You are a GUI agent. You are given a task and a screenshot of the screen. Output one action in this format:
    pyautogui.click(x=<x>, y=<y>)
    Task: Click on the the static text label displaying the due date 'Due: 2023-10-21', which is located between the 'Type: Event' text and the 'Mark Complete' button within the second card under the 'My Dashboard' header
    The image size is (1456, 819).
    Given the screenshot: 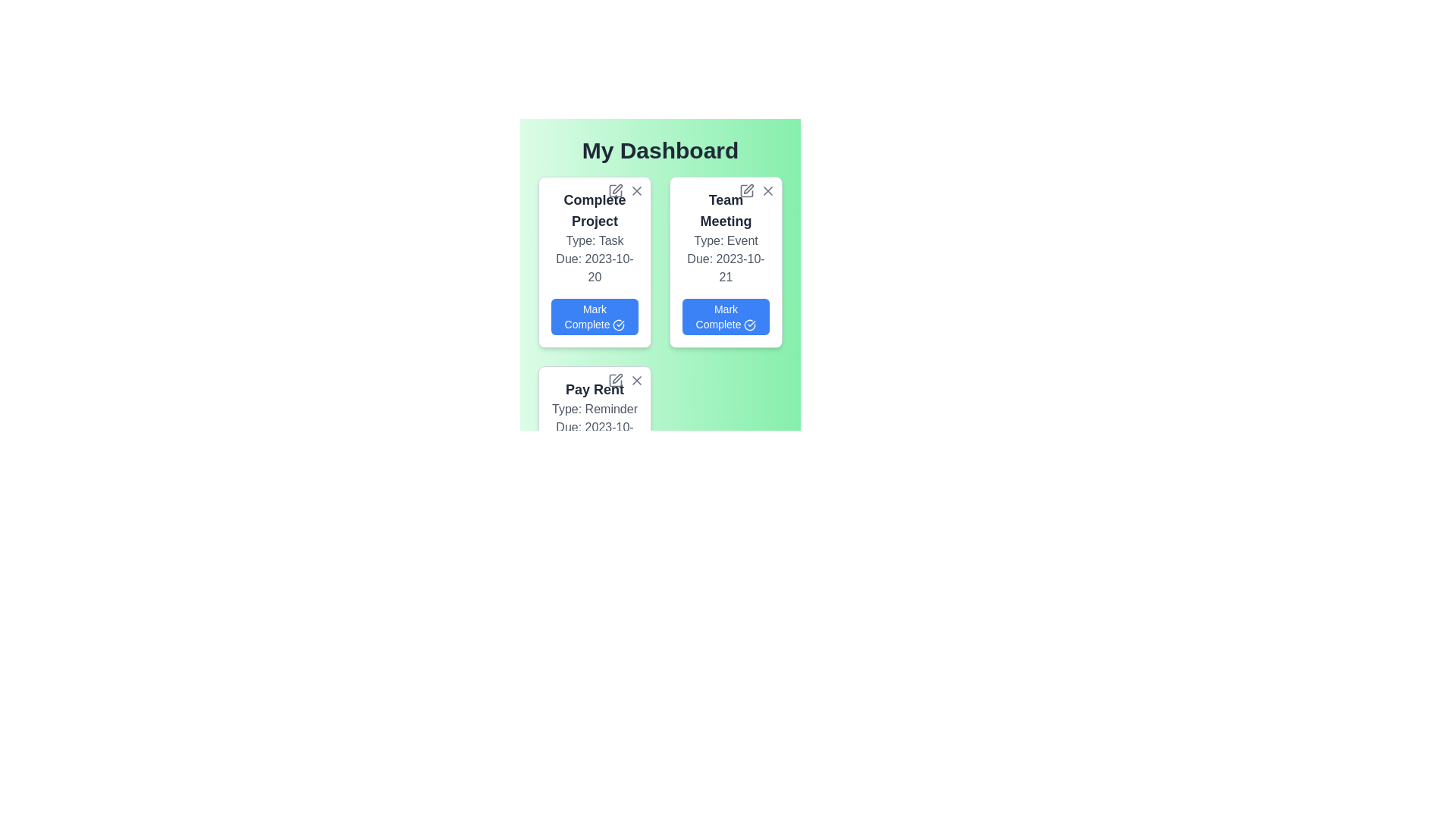 What is the action you would take?
    pyautogui.click(x=725, y=268)
    